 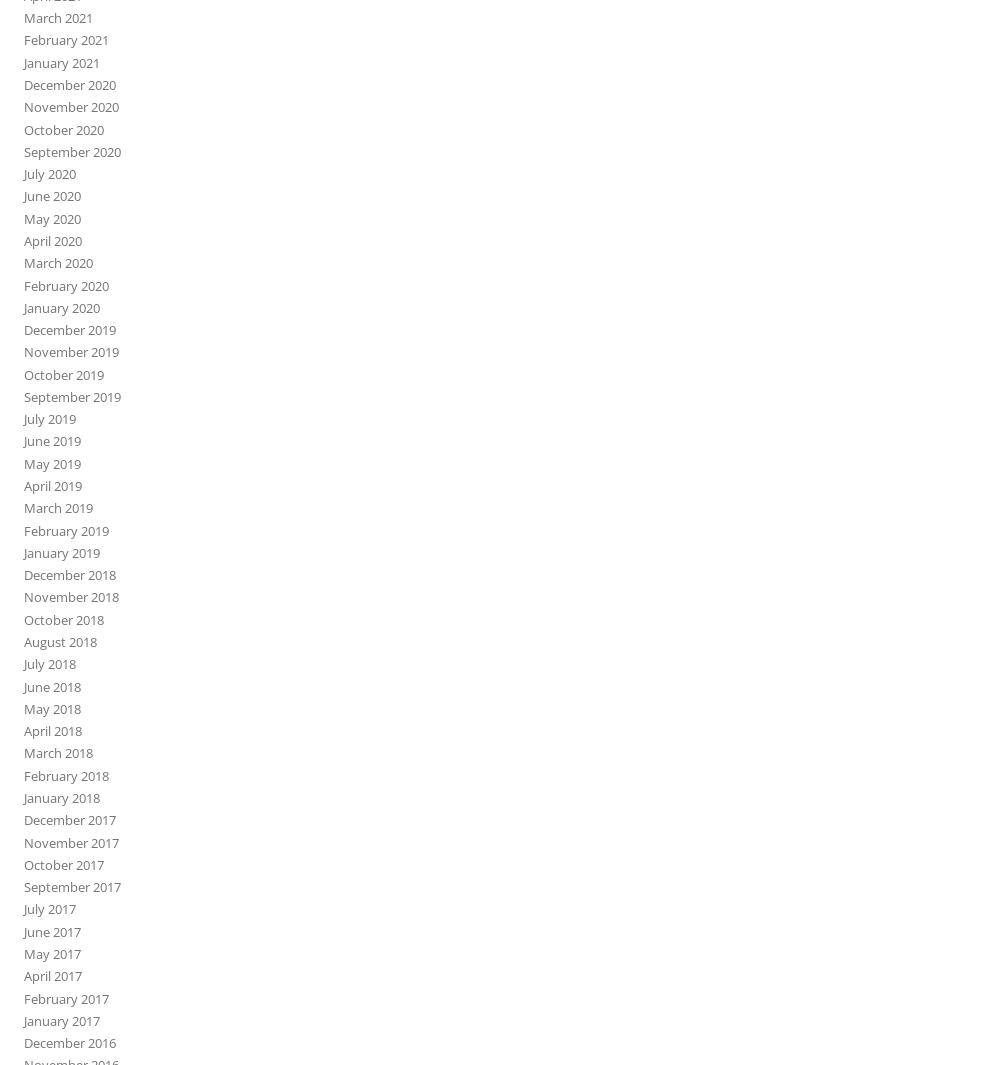 I want to click on 'August 2018', so click(x=60, y=641).